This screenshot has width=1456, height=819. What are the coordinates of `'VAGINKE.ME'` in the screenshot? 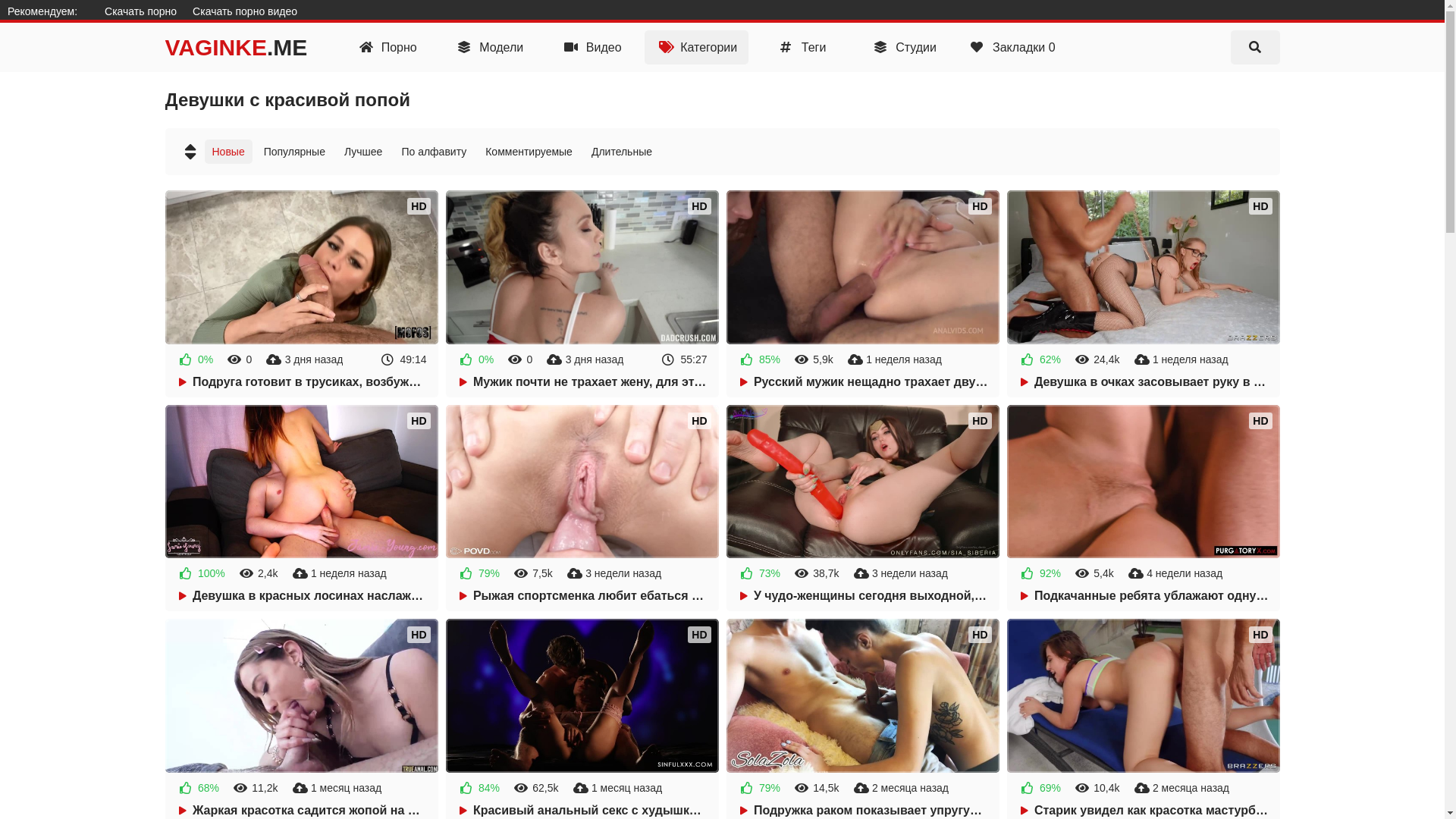 It's located at (236, 46).